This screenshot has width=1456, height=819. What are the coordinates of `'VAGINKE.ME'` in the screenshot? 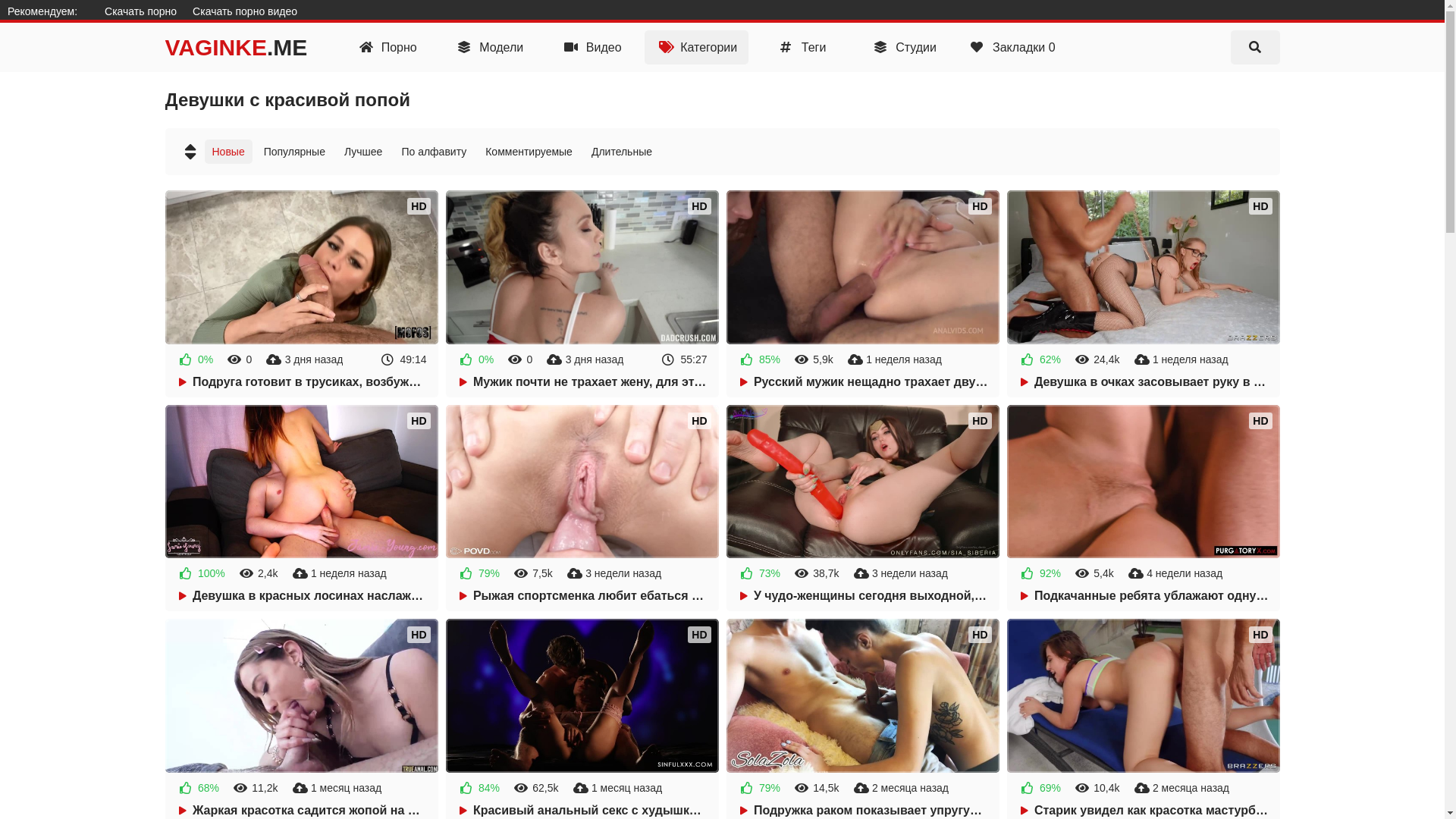 It's located at (236, 46).